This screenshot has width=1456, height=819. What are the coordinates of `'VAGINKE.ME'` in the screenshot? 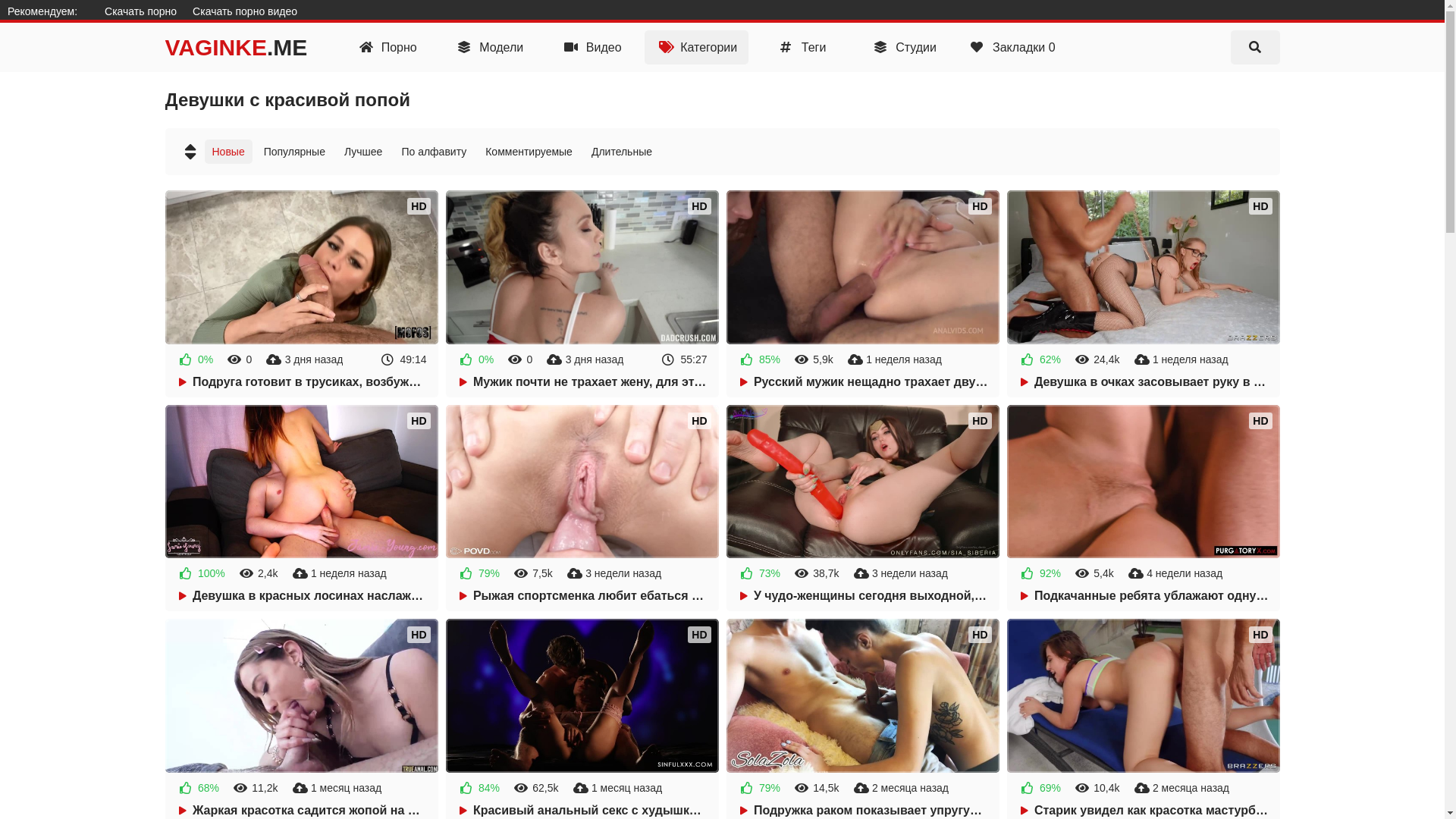 It's located at (236, 46).